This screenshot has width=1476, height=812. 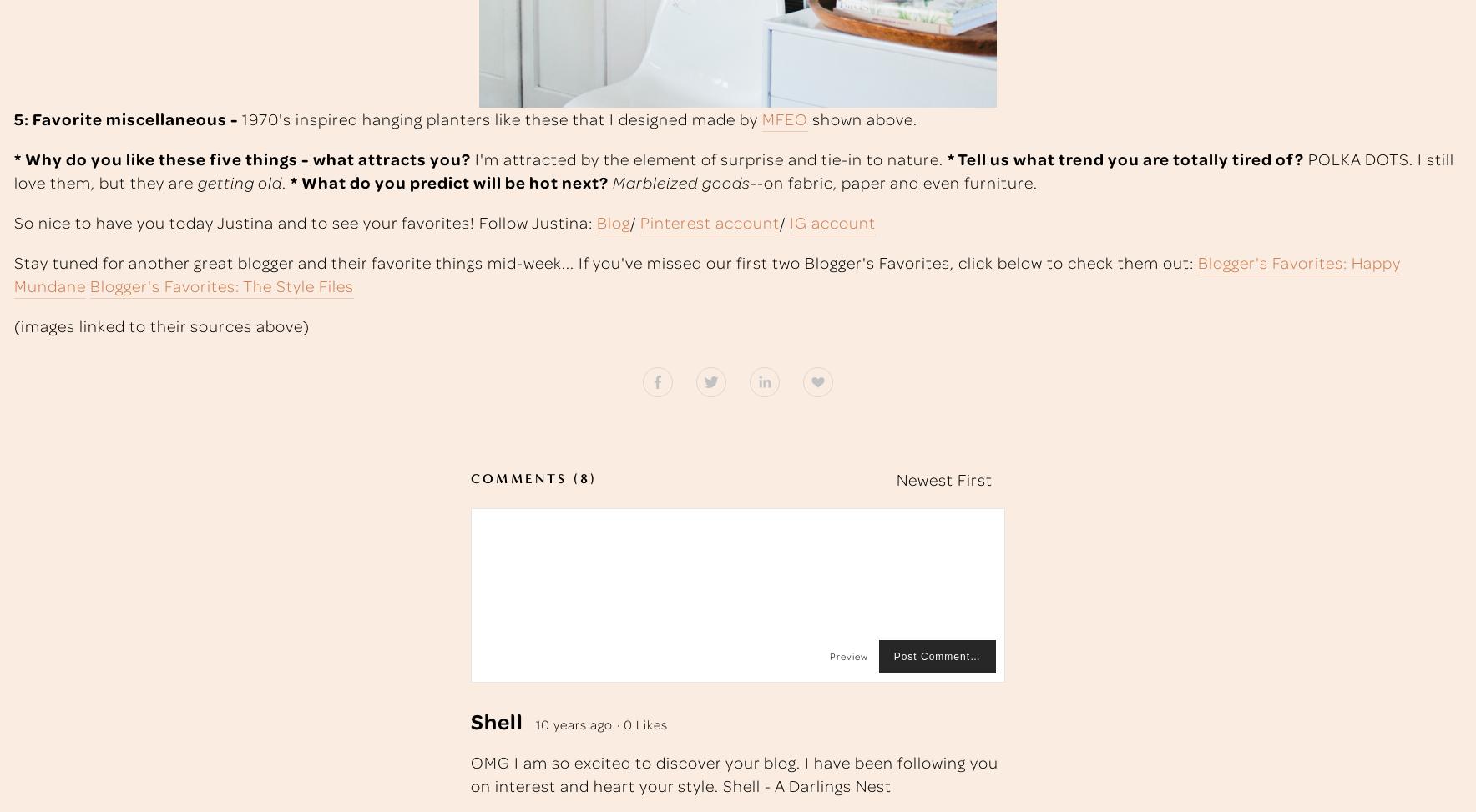 What do you see at coordinates (160, 324) in the screenshot?
I see `'(images linked to their sources above)'` at bounding box center [160, 324].